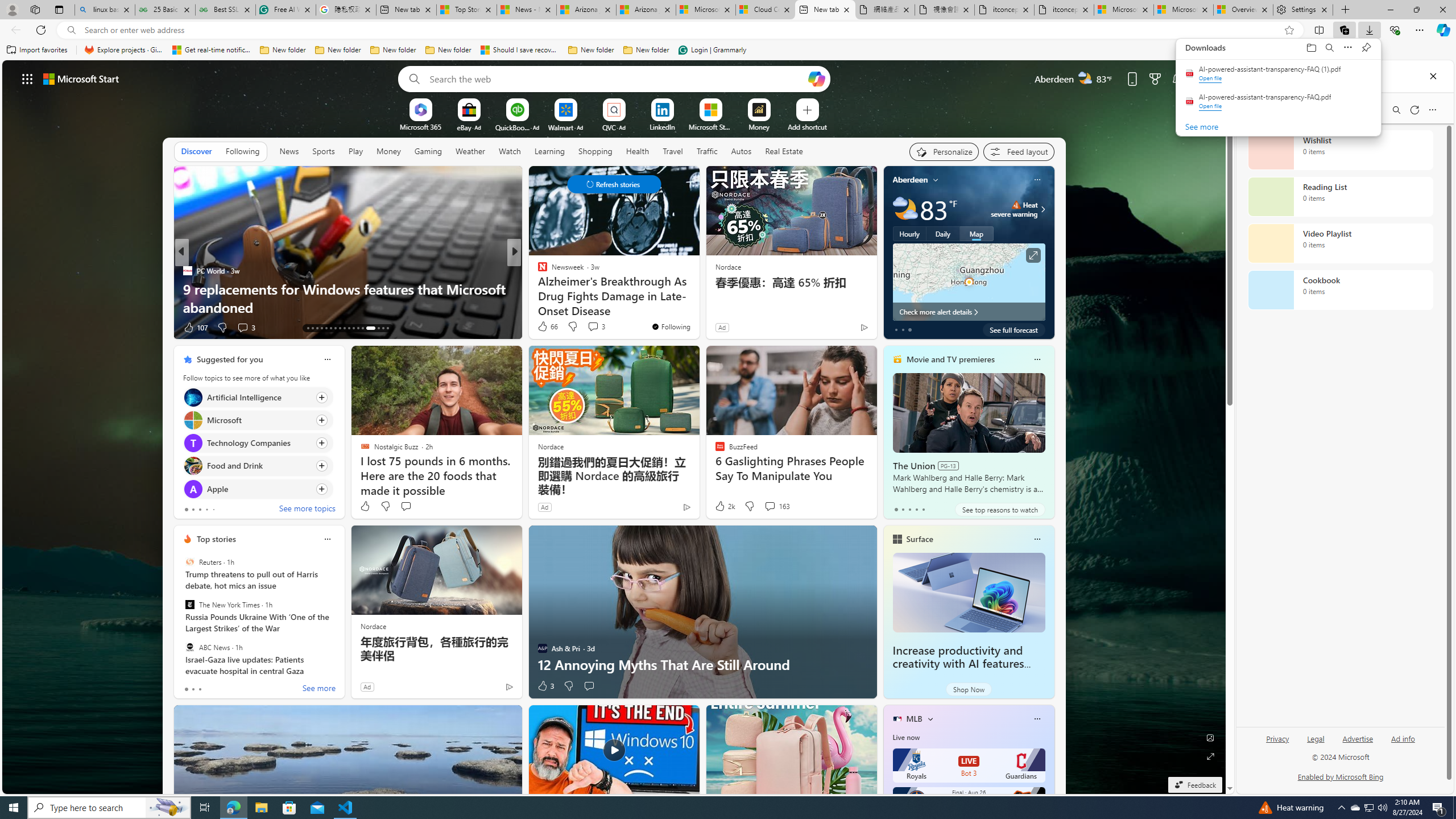 The image size is (1456, 819). Describe the element at coordinates (712, 49) in the screenshot. I see `'Login | Grammarly'` at that location.